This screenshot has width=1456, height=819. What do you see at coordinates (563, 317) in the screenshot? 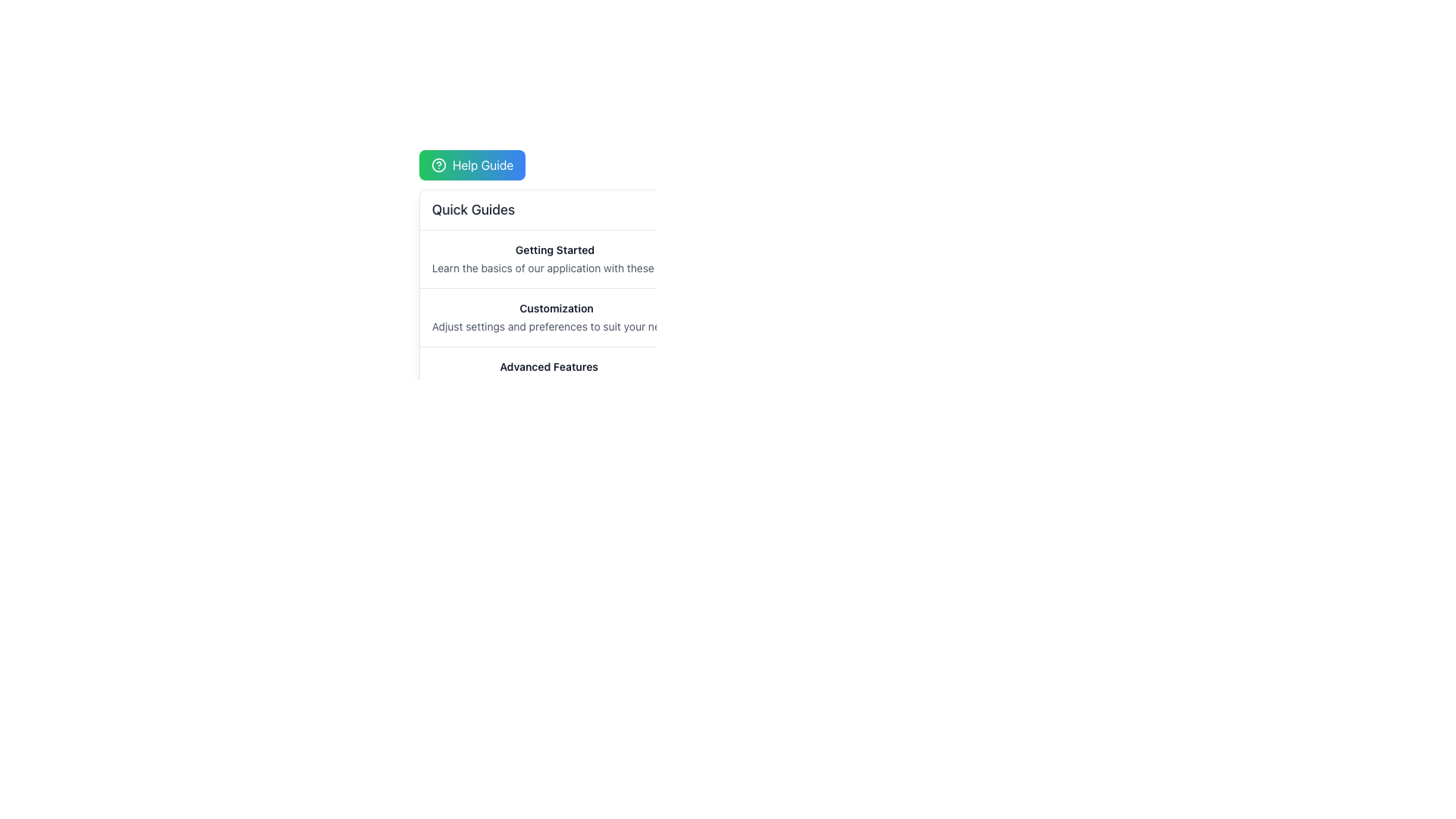
I see `associated icon of the Text Block with Supplementary Icon, which serves as a link to the 'Customization' settings page, located under the 'Quick Guides' heading` at bounding box center [563, 317].